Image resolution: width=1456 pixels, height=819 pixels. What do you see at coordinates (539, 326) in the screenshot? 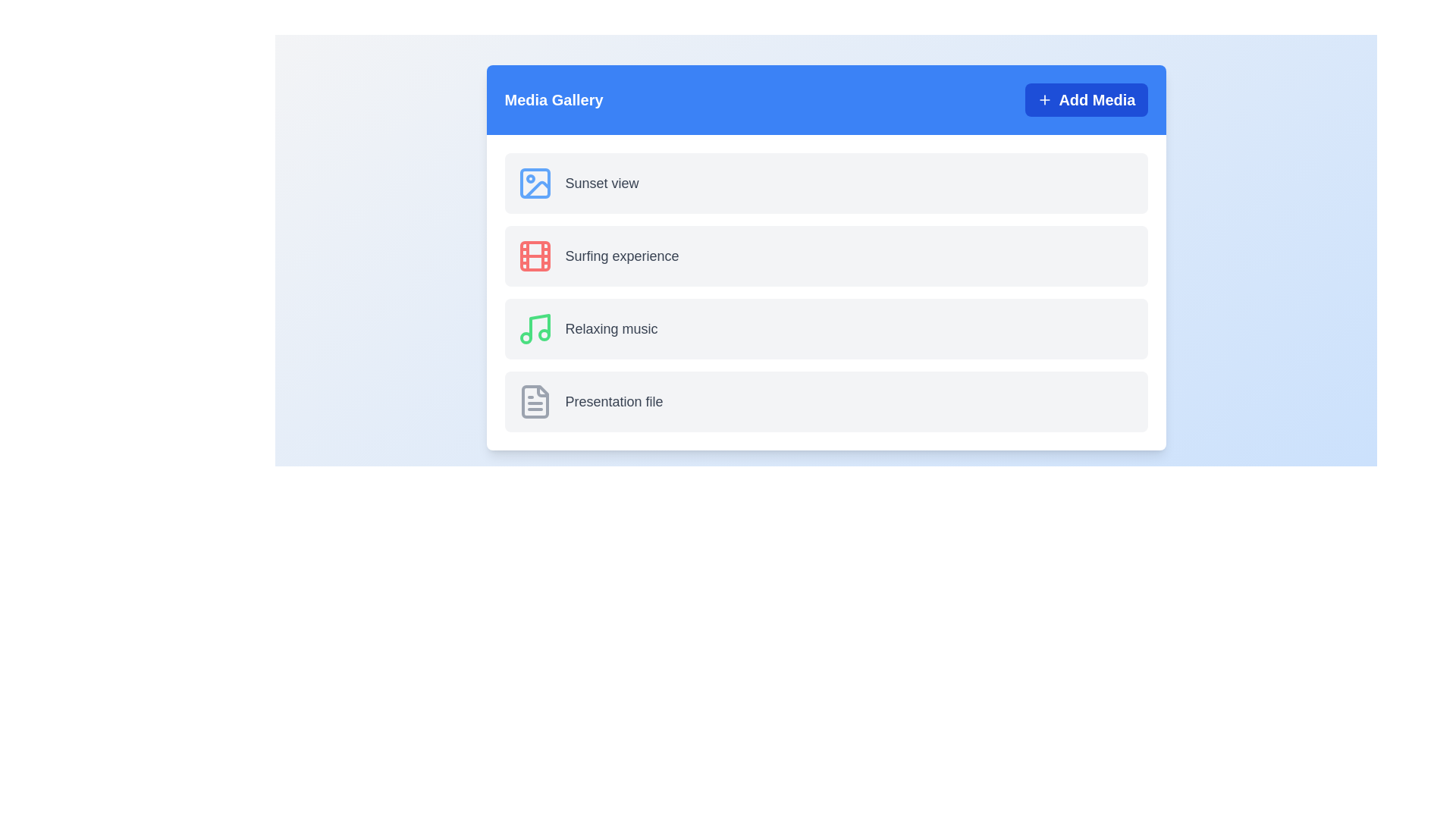
I see `the internal detail of the green music icon representing the entry 'Relaxing music' in the third position of the vertical list under the 'Media Gallery' header` at bounding box center [539, 326].